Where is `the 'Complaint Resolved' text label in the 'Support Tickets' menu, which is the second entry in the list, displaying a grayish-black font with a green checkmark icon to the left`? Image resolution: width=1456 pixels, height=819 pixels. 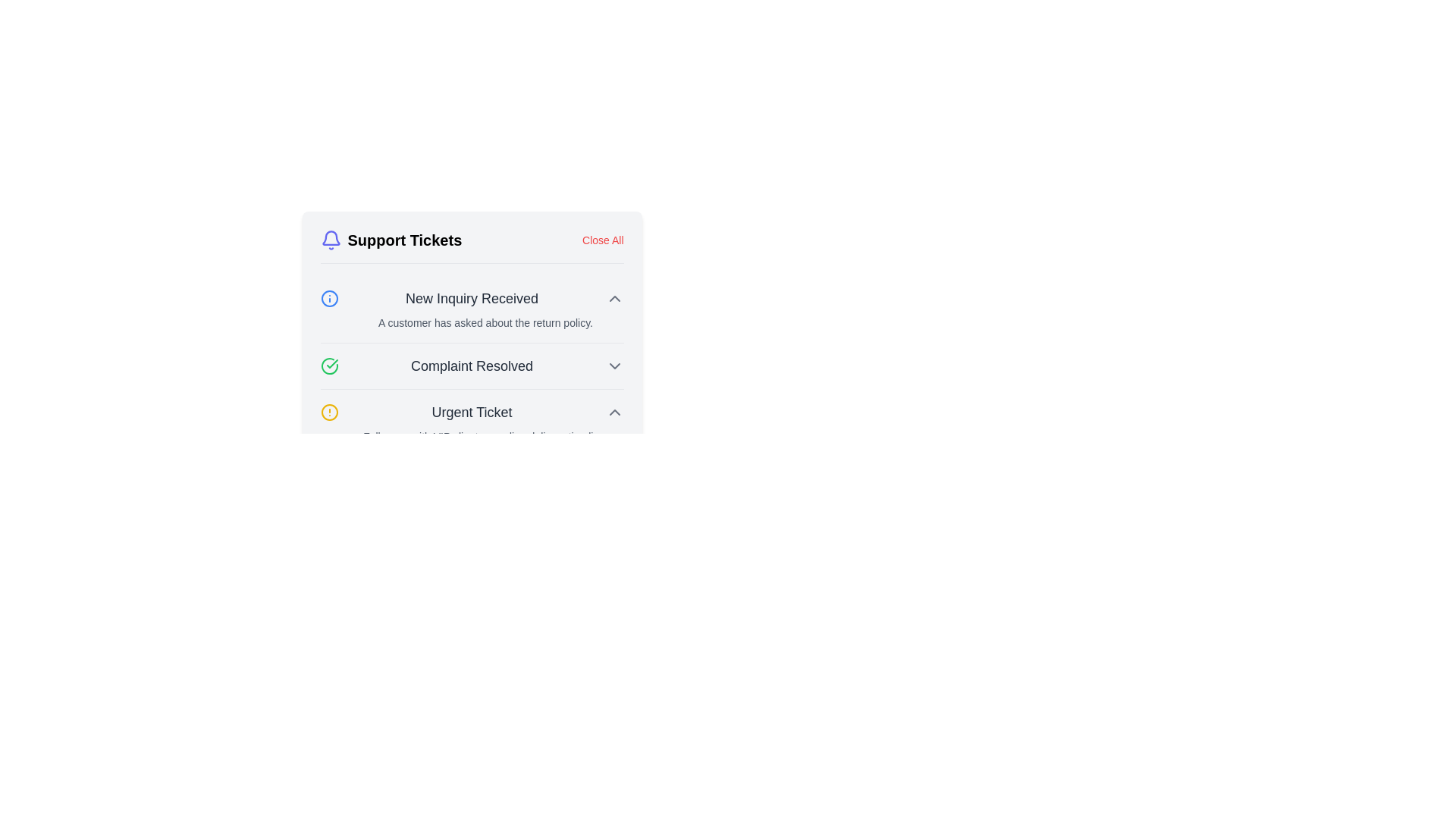 the 'Complaint Resolved' text label in the 'Support Tickets' menu, which is the second entry in the list, displaying a grayish-black font with a green checkmark icon to the left is located at coordinates (471, 366).